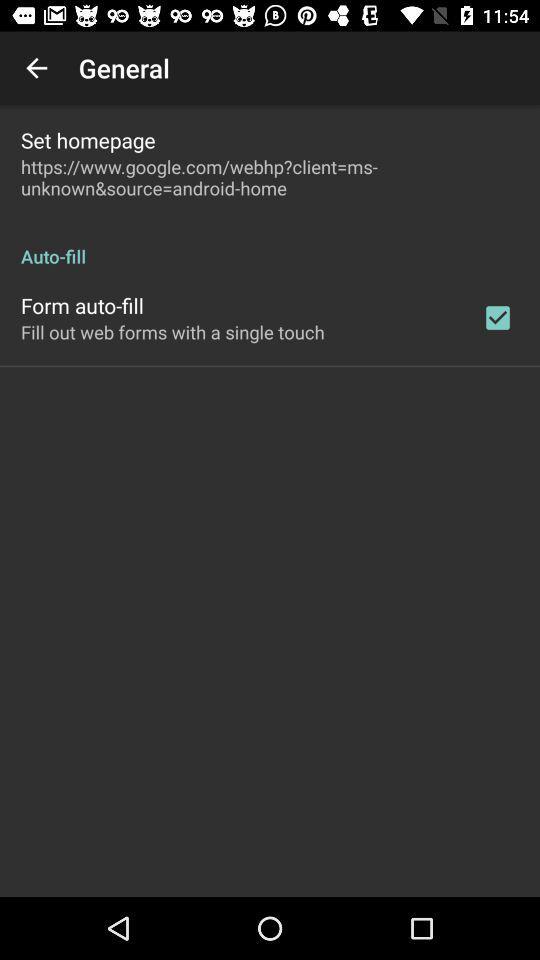 This screenshot has height=960, width=540. What do you see at coordinates (496, 317) in the screenshot?
I see `icon to the right of the fill out web item` at bounding box center [496, 317].